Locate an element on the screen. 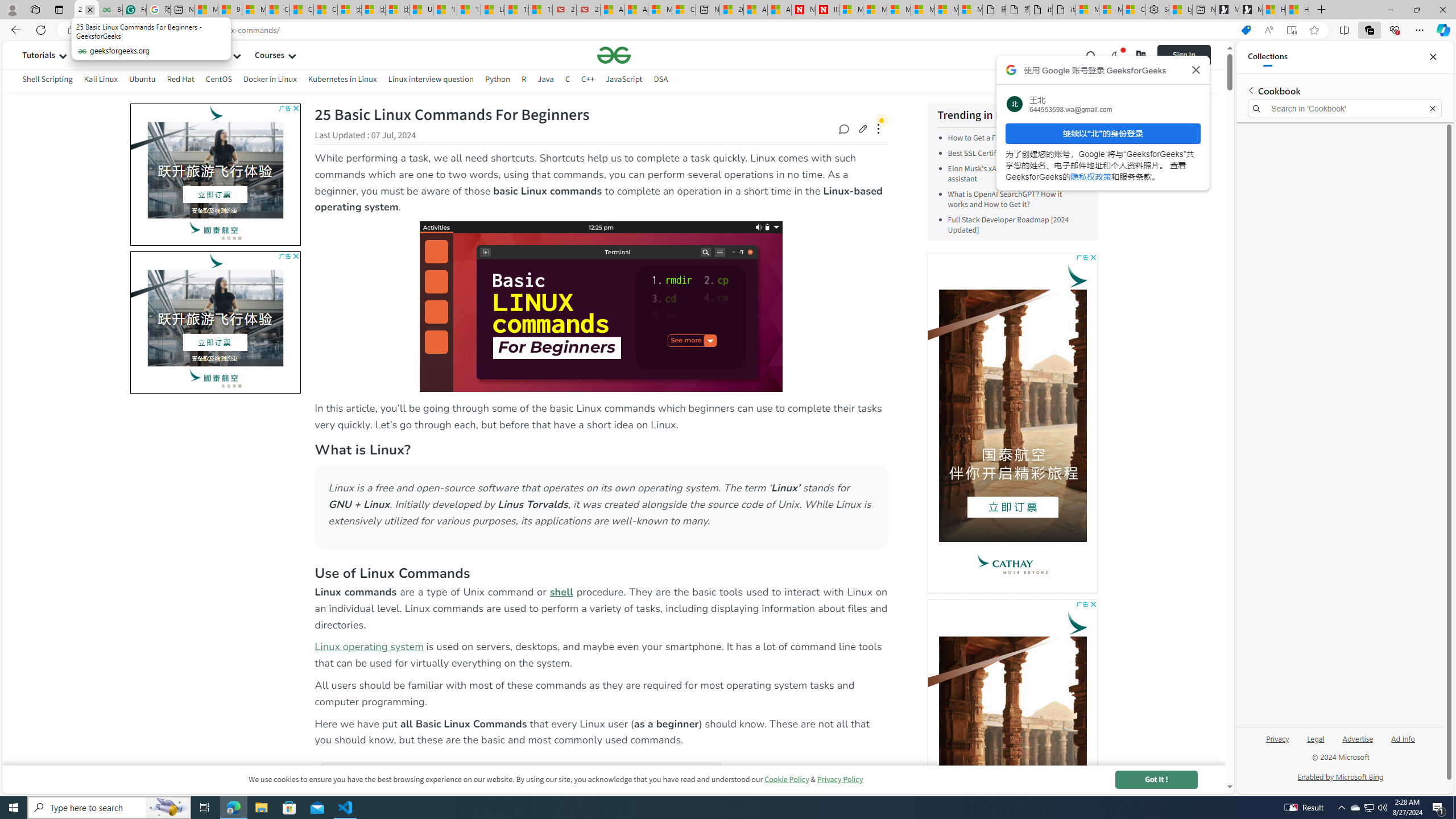  'Elon Musk' is located at coordinates (1002, 174).